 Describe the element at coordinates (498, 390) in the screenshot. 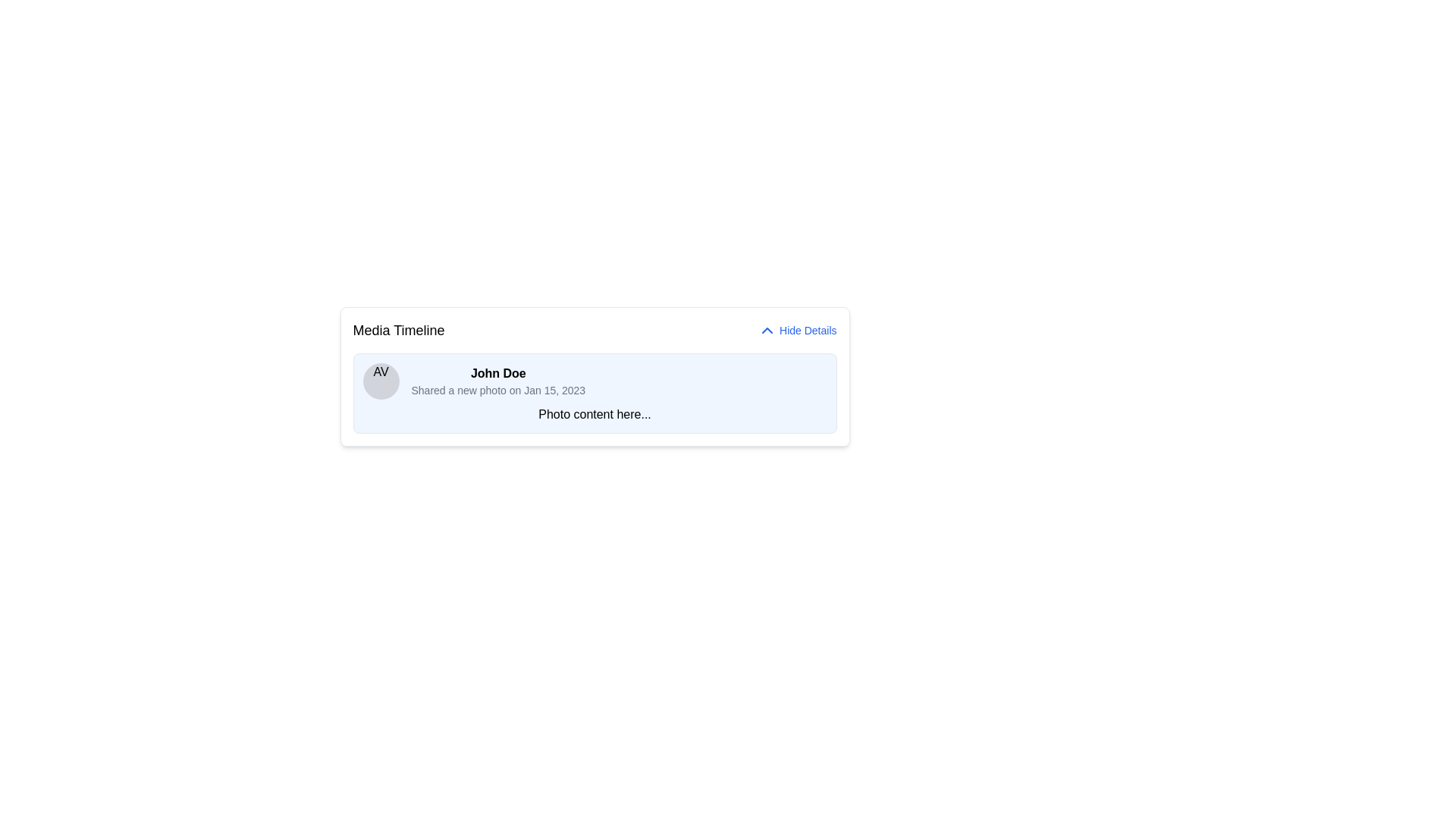

I see `the text block that describes the activity of user 'John Doe' sharing a photo, located directly under the user's name in the timeline card layout` at that location.